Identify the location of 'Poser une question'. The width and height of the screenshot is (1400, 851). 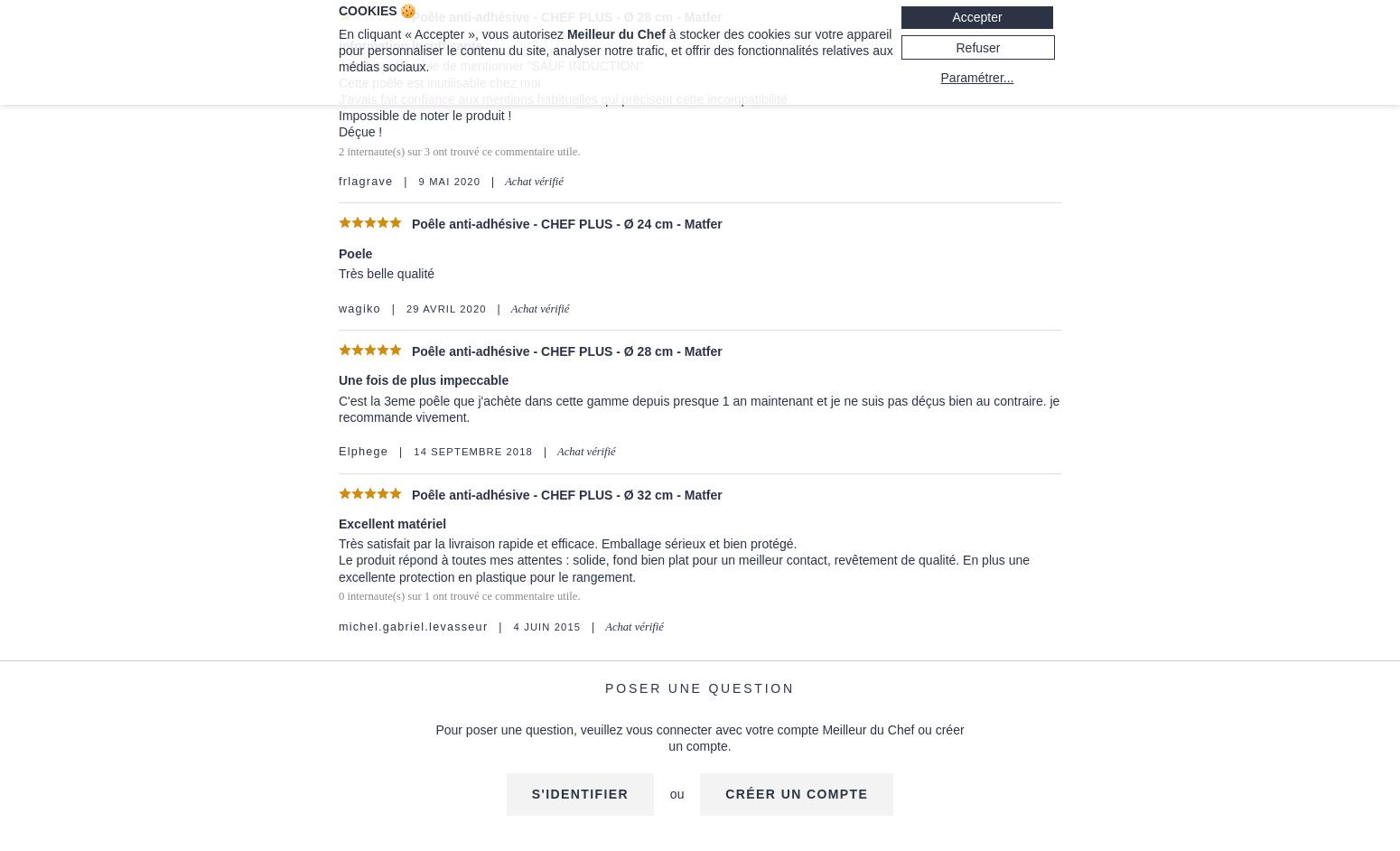
(604, 687).